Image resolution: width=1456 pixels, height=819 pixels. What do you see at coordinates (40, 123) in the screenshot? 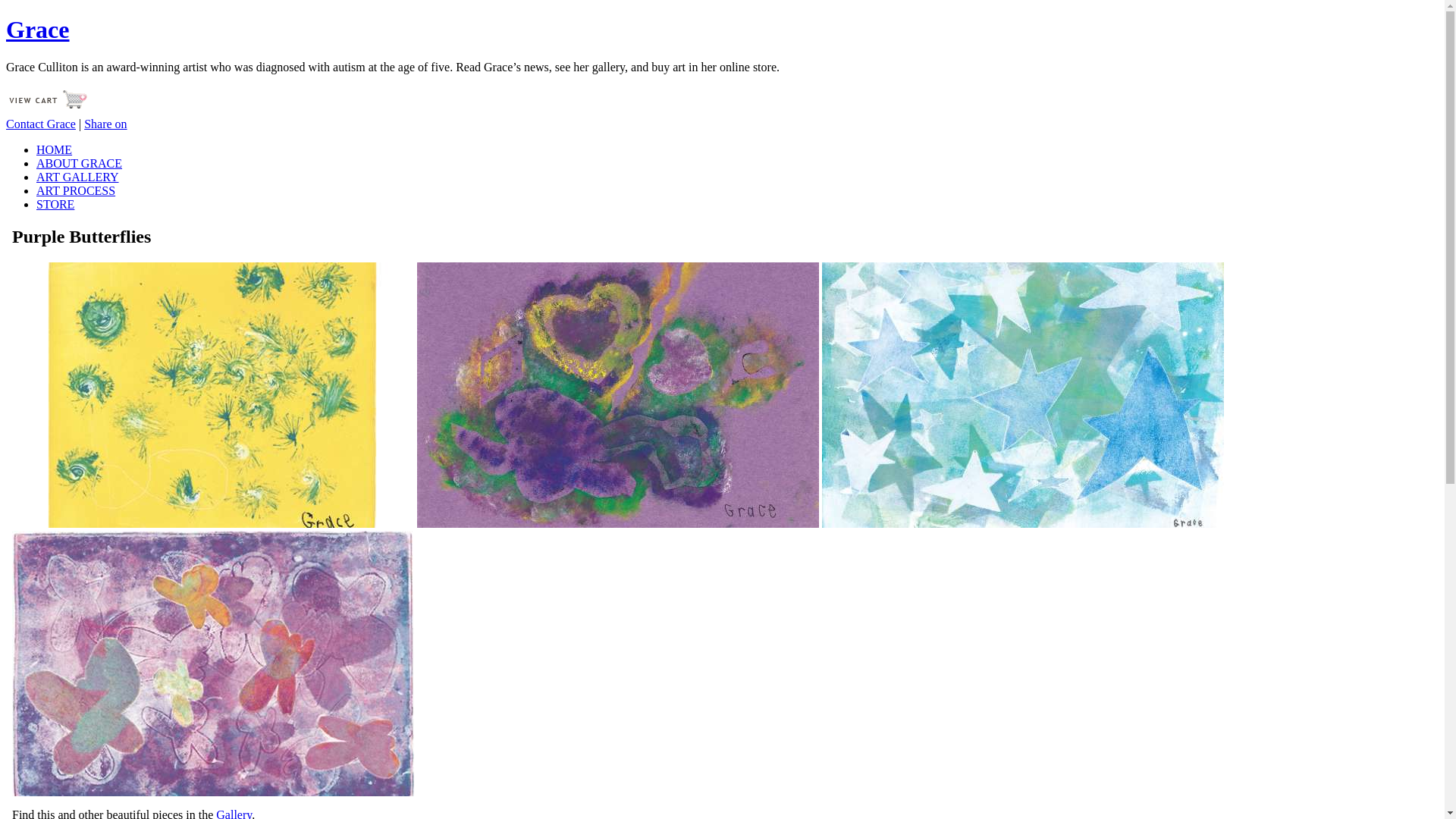
I see `'Contact Grace'` at bounding box center [40, 123].